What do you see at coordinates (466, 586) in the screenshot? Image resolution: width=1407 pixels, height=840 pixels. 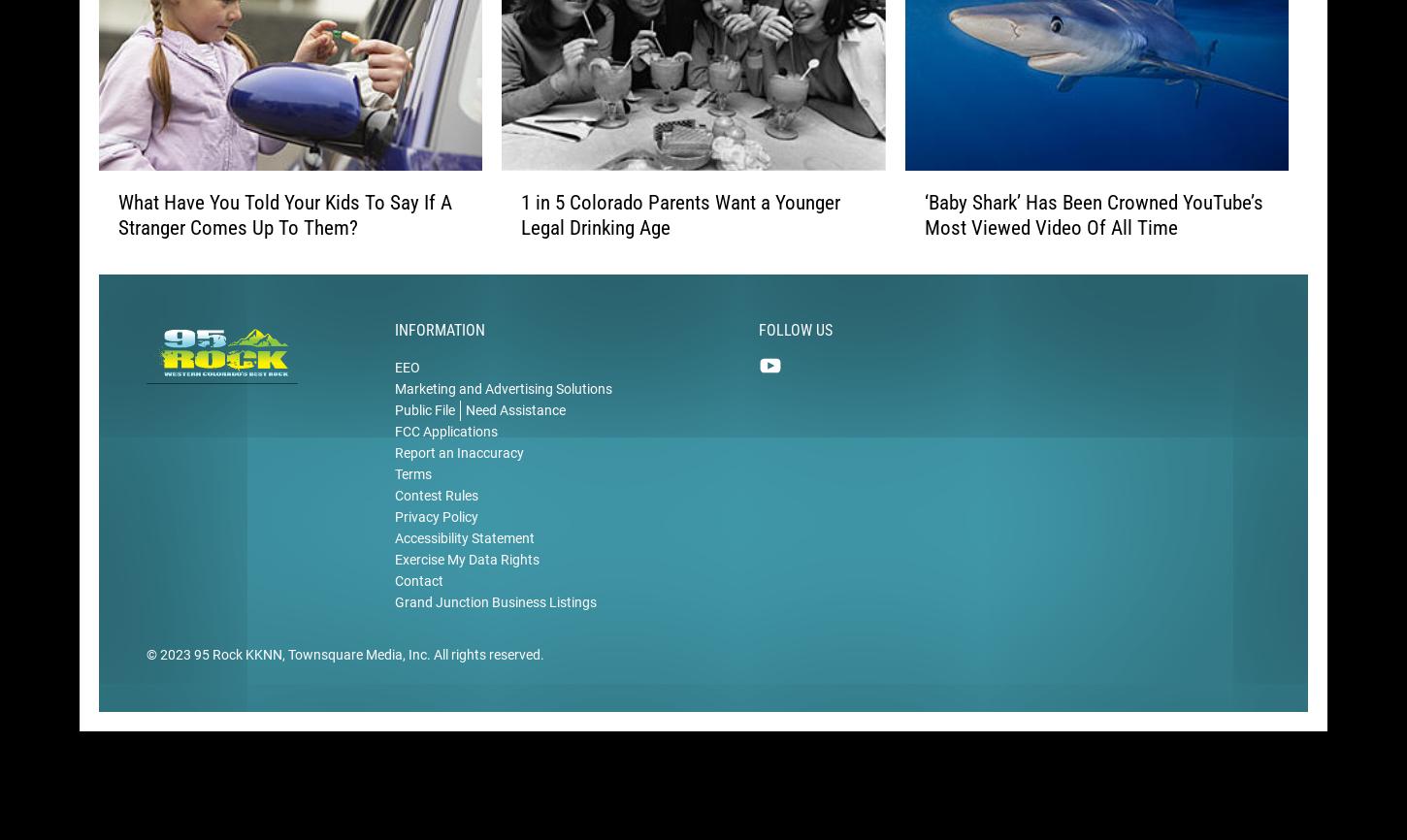 I see `'Exercise My Data Rights'` at bounding box center [466, 586].